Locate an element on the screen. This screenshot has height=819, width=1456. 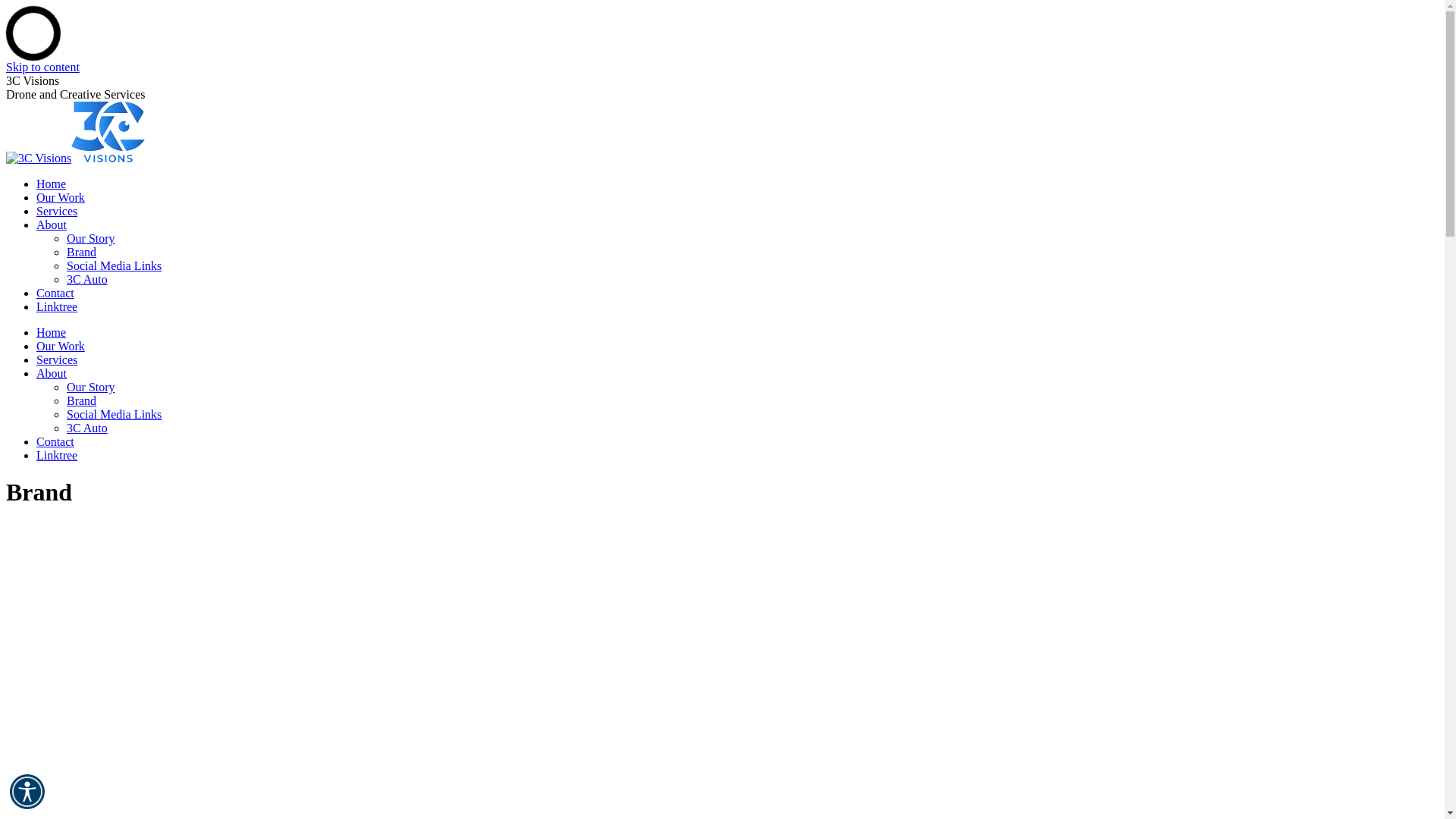
'Our Work' is located at coordinates (36, 196).